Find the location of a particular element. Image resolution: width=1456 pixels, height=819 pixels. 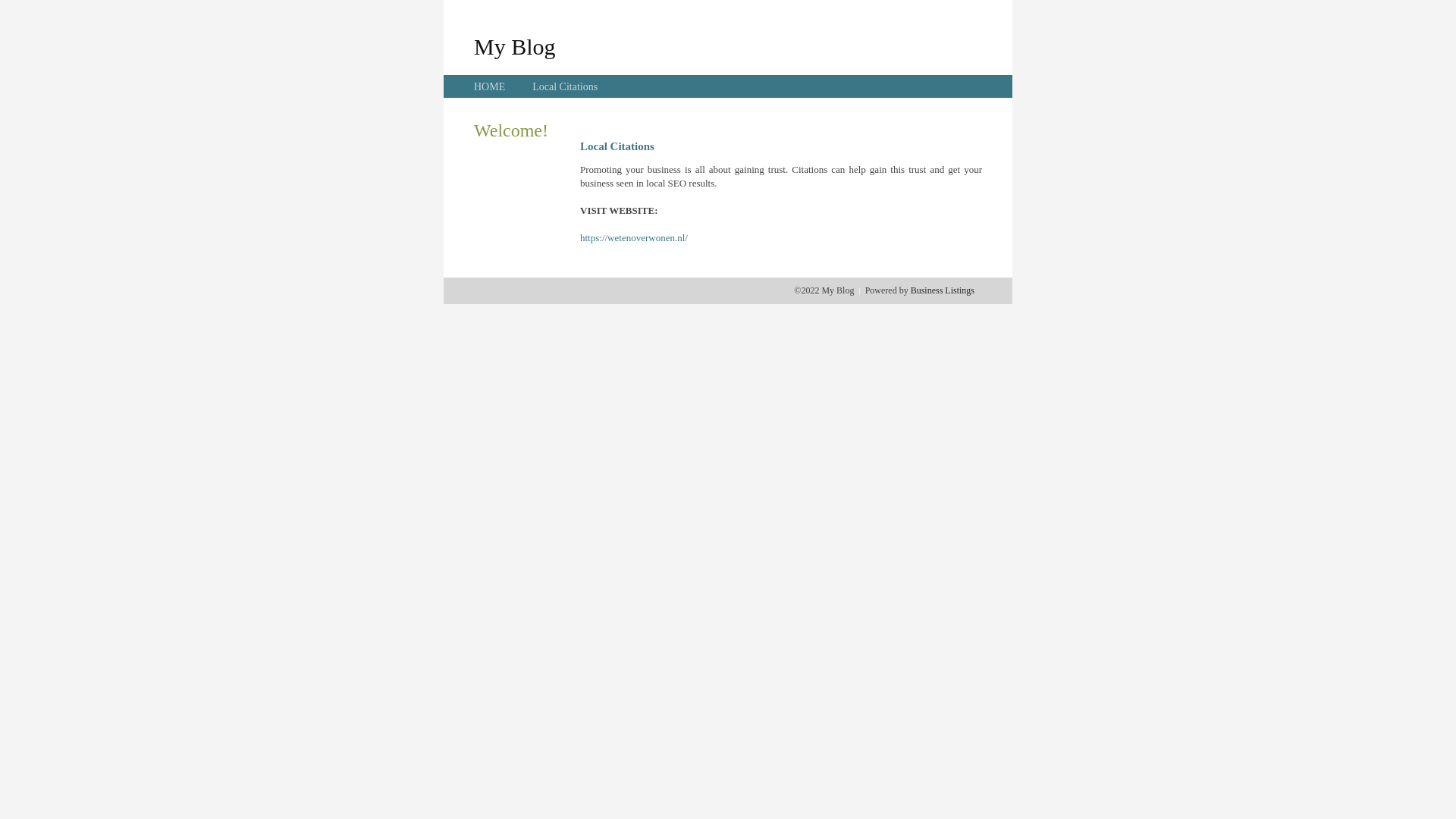

'https://wetenoverwonen.nl/' is located at coordinates (633, 237).